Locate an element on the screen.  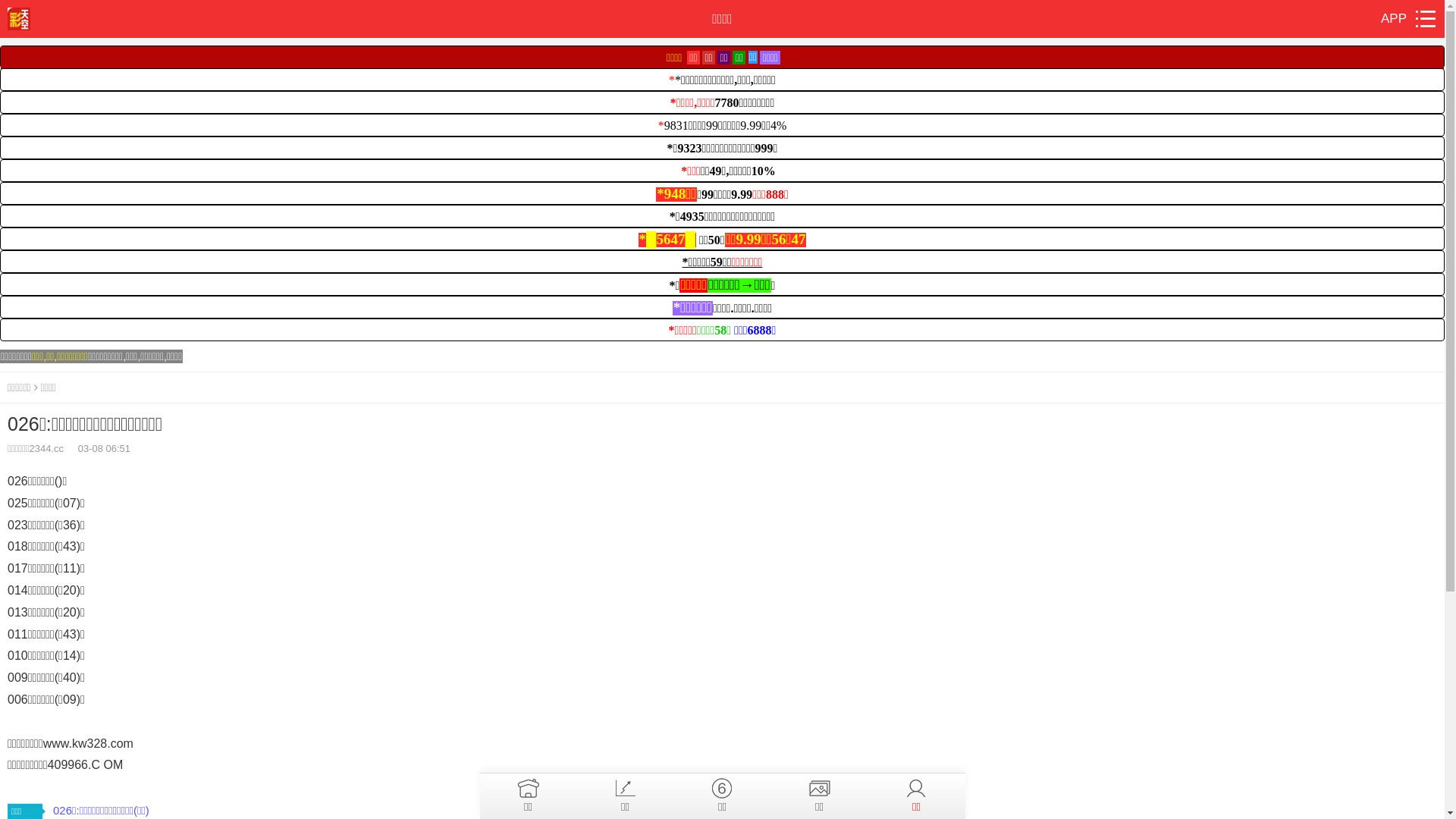
'APP' is located at coordinates (1380, 18).